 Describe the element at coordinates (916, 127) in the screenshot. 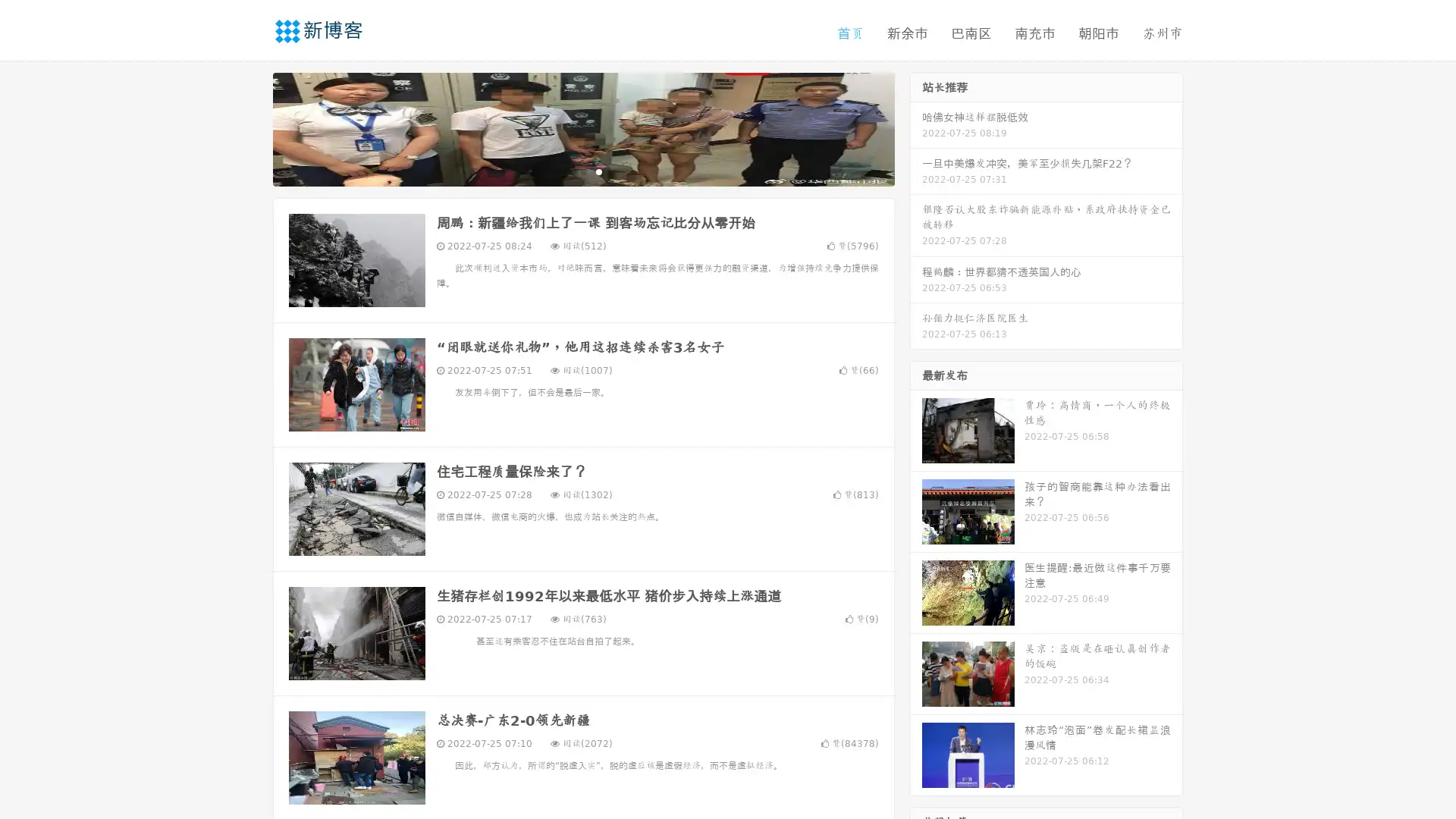

I see `Next slide` at that location.